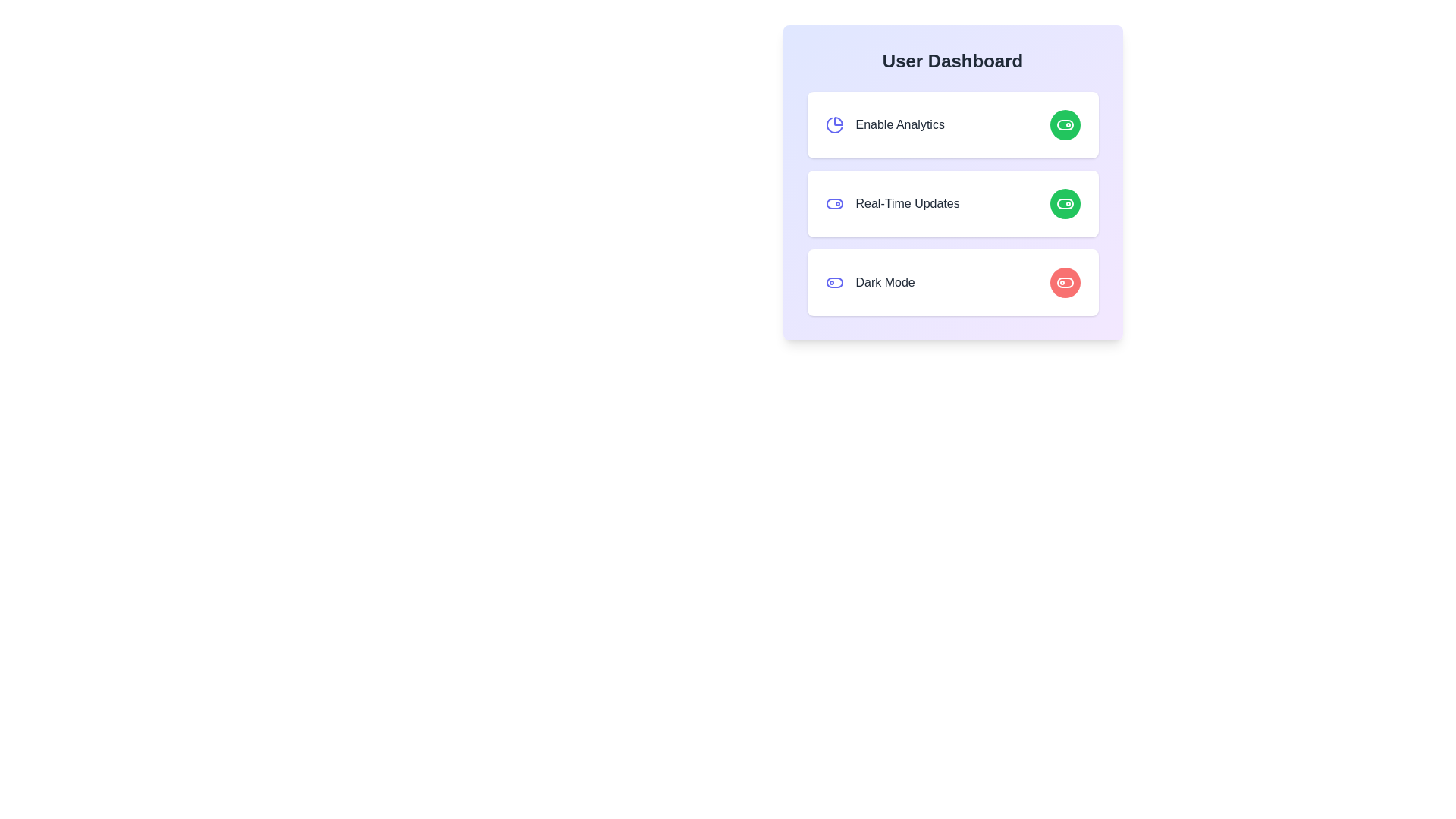 The image size is (1456, 819). Describe the element at coordinates (892, 203) in the screenshot. I see `the 'Real-Time Updates' button, which features a dark gray text label and a blue icon` at that location.